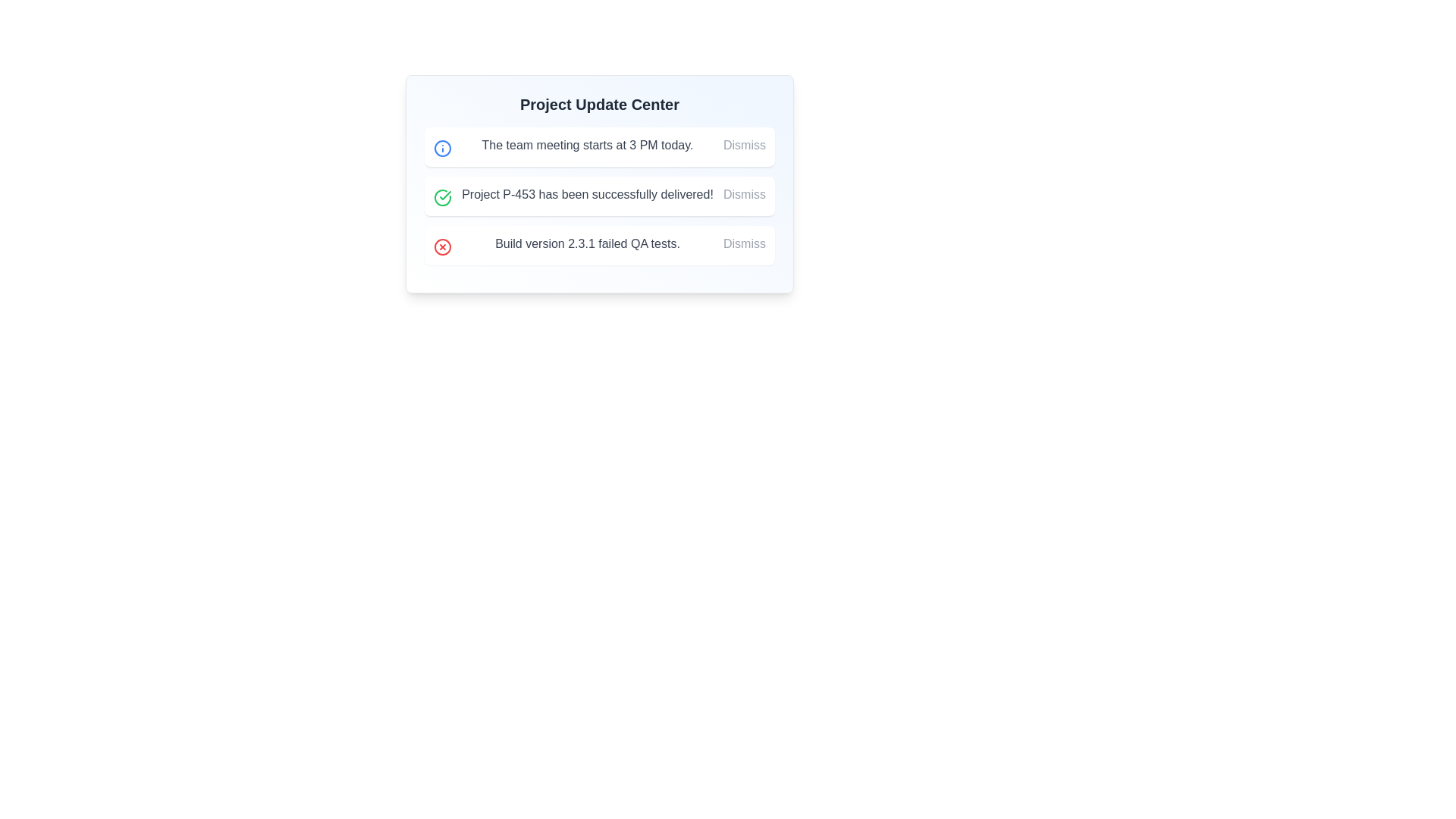 The width and height of the screenshot is (1456, 819). I want to click on the clickable text link to dismiss the notification under the 'Project Update Center' header, located to the right of the notification text 'The team meeting starts at 3 PM today.', so click(745, 146).